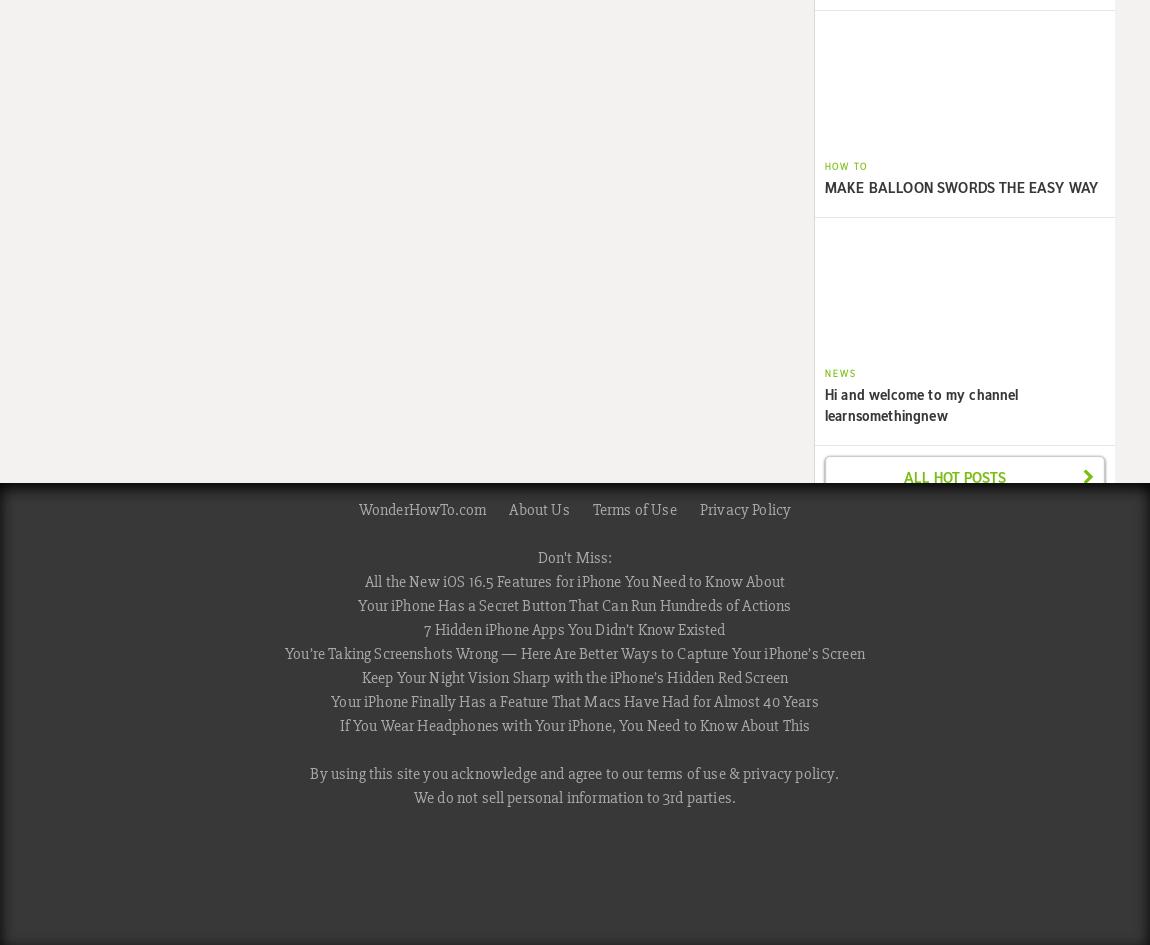 This screenshot has height=945, width=1150. Describe the element at coordinates (632, 507) in the screenshot. I see `'Terms of Use'` at that location.